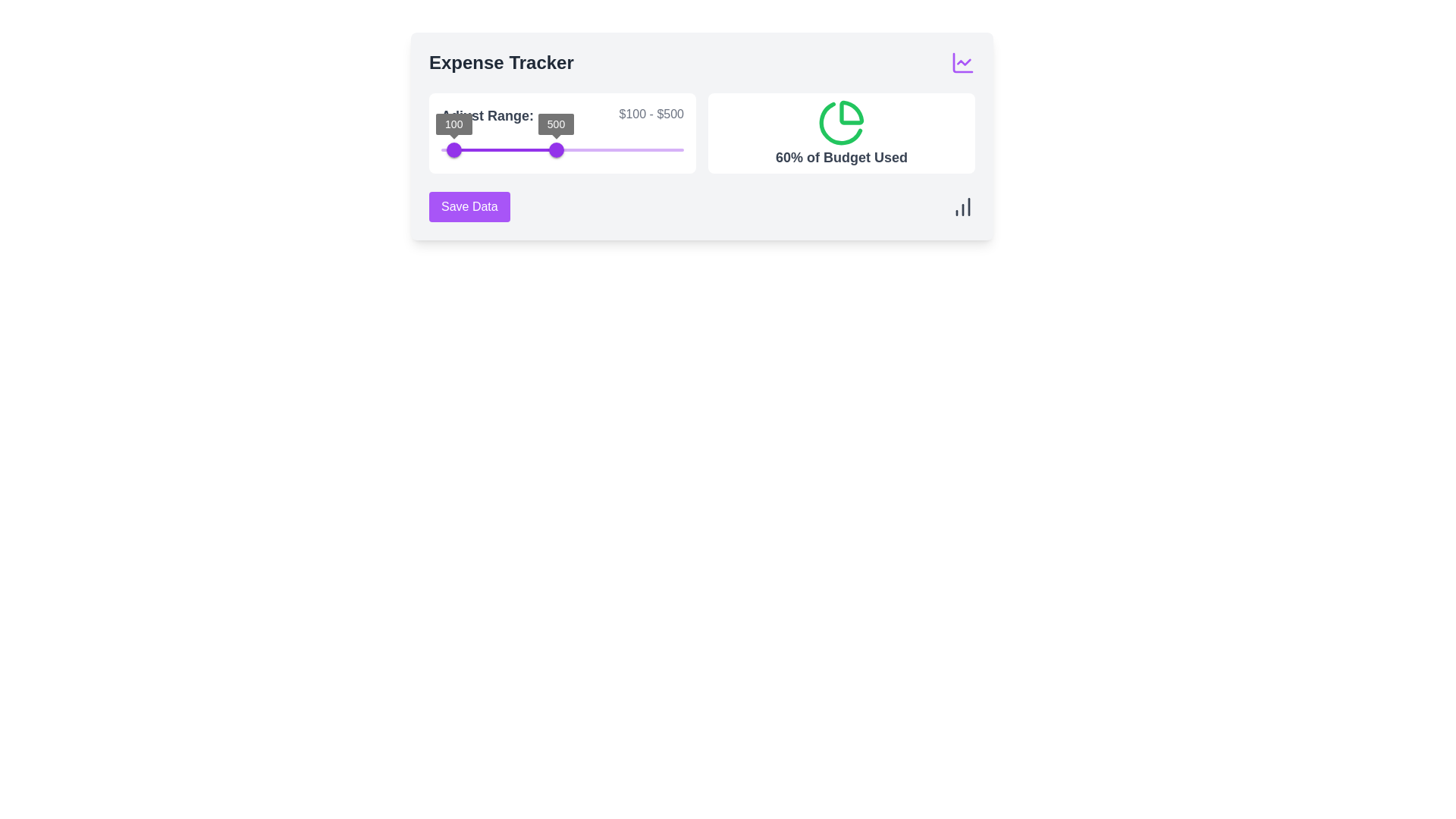 The width and height of the screenshot is (1456, 819). I want to click on the purple slider thumb labeled '500', so click(555, 149).